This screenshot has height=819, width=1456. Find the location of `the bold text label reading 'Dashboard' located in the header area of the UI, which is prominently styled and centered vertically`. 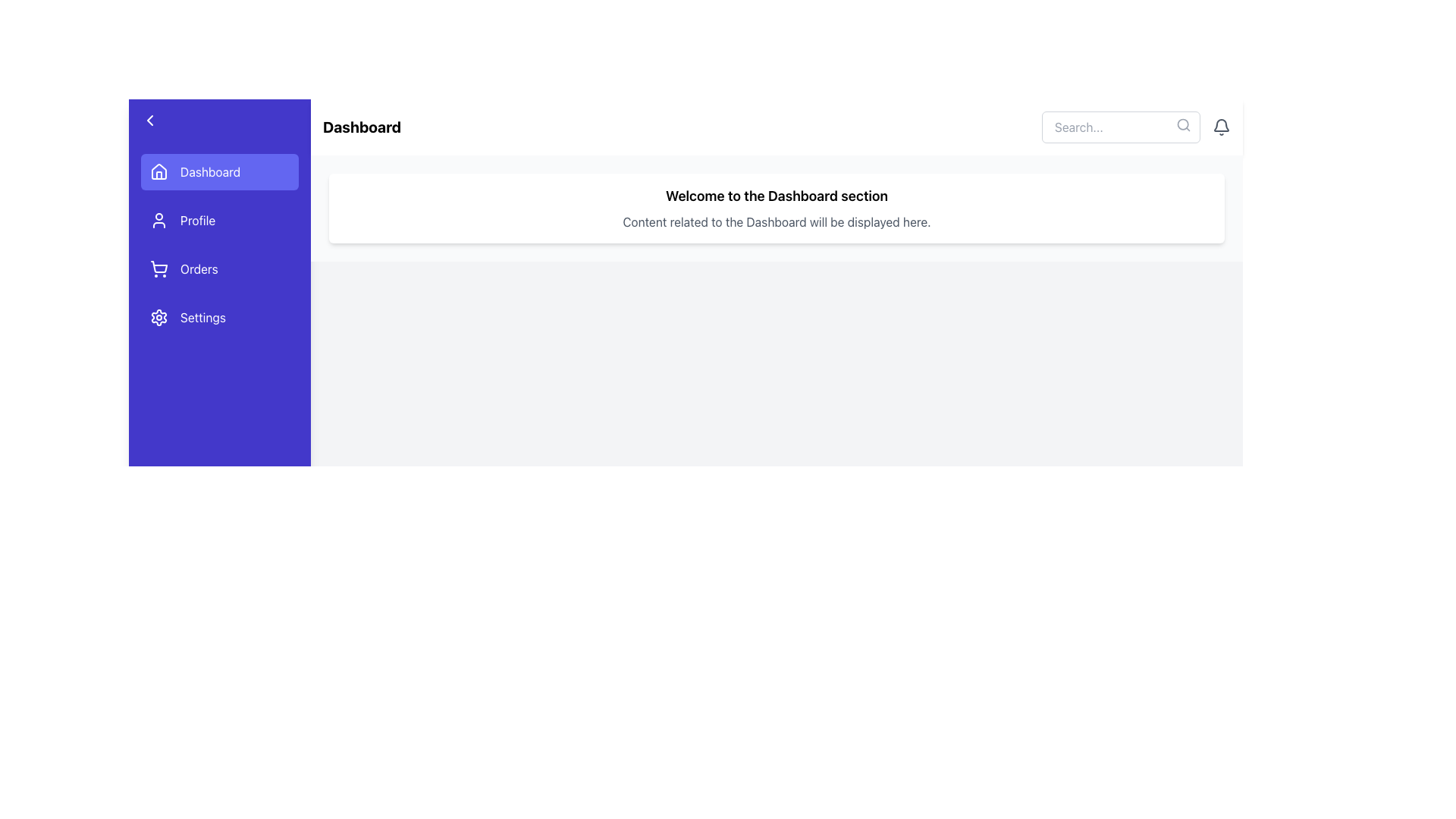

the bold text label reading 'Dashboard' located in the header area of the UI, which is prominently styled and centered vertically is located at coordinates (361, 127).